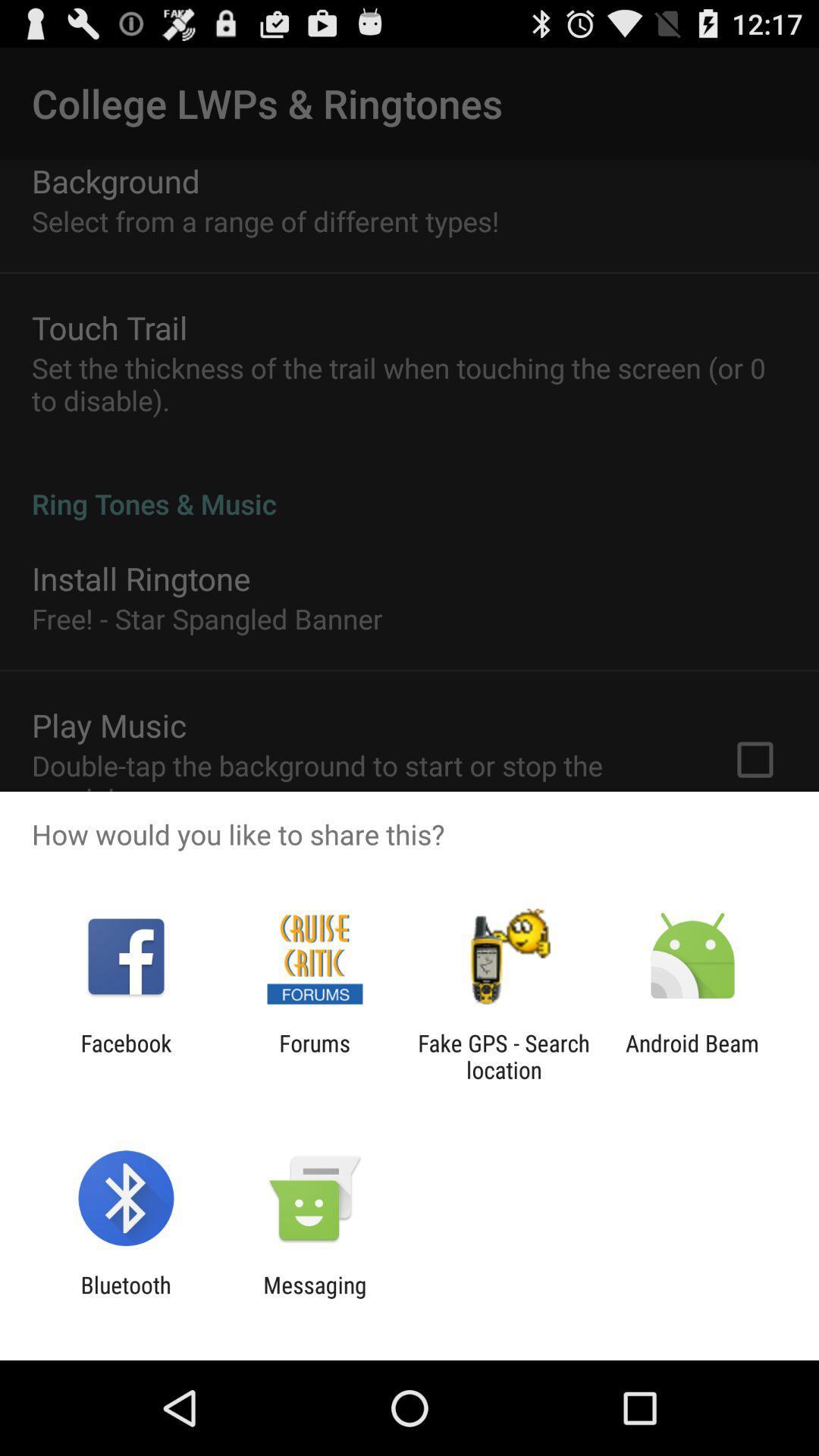  I want to click on the icon next to the fake gps search, so click(692, 1056).